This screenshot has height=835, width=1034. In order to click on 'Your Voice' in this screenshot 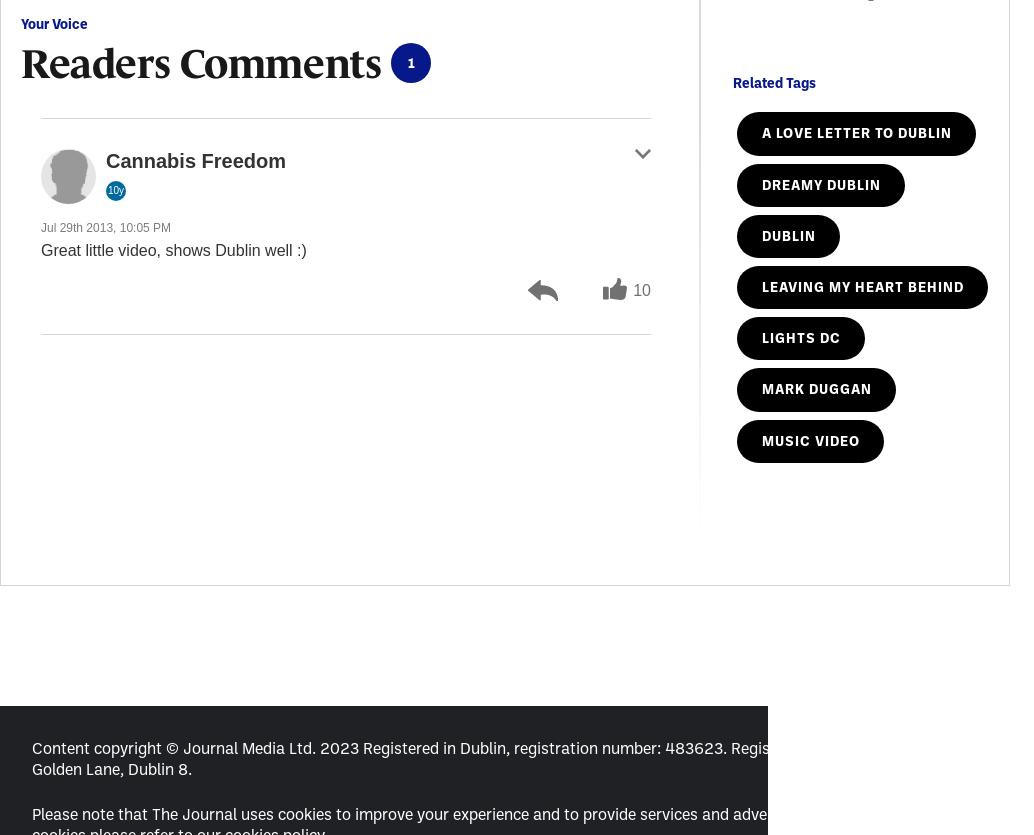, I will do `click(54, 23)`.